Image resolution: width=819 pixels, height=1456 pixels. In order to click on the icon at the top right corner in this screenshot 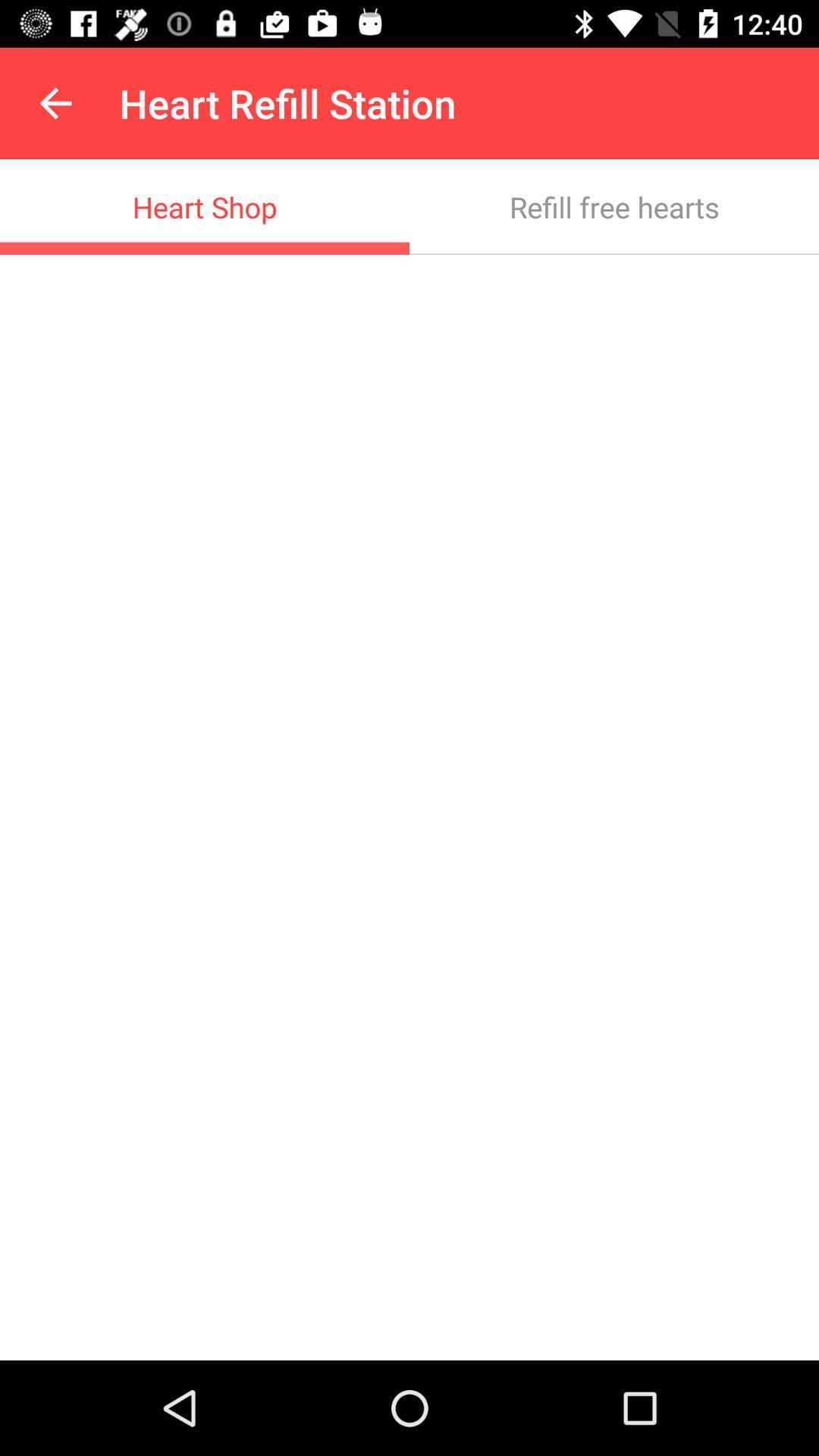, I will do `click(614, 206)`.